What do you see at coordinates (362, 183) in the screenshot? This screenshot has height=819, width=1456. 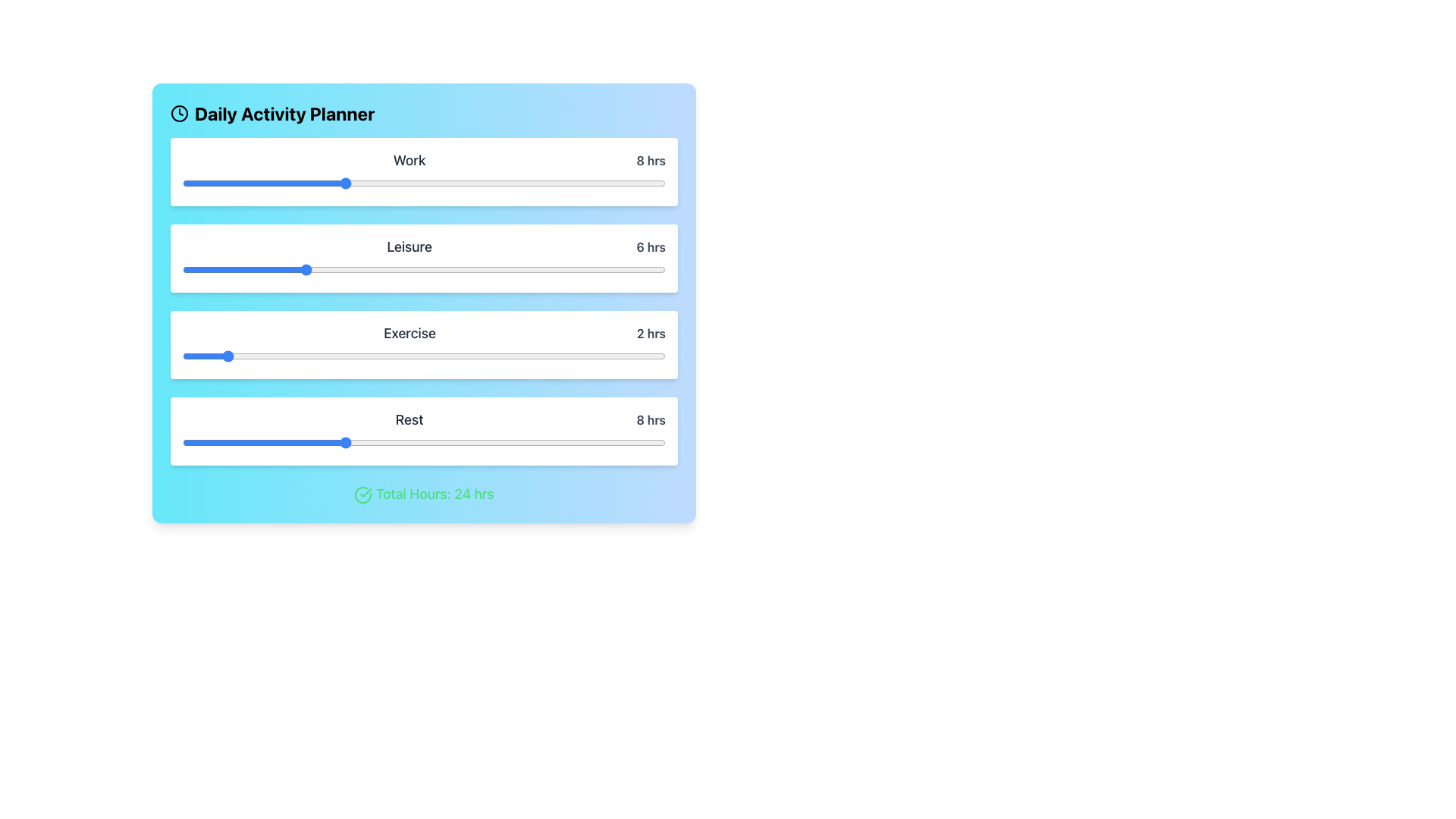 I see `work hours` at bounding box center [362, 183].